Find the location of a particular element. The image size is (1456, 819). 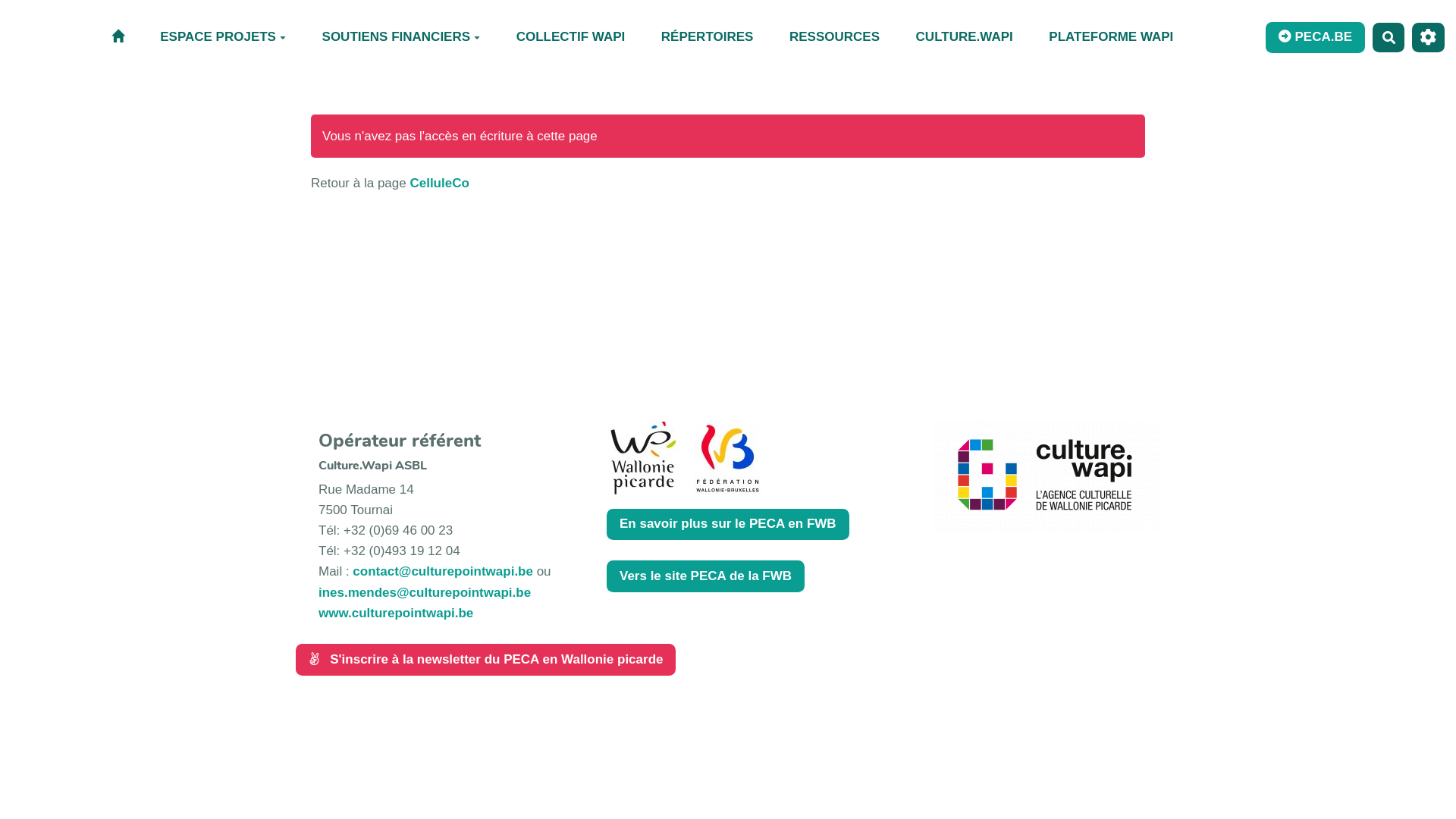

'contact@culturepointwapi.be' is located at coordinates (442, 571).